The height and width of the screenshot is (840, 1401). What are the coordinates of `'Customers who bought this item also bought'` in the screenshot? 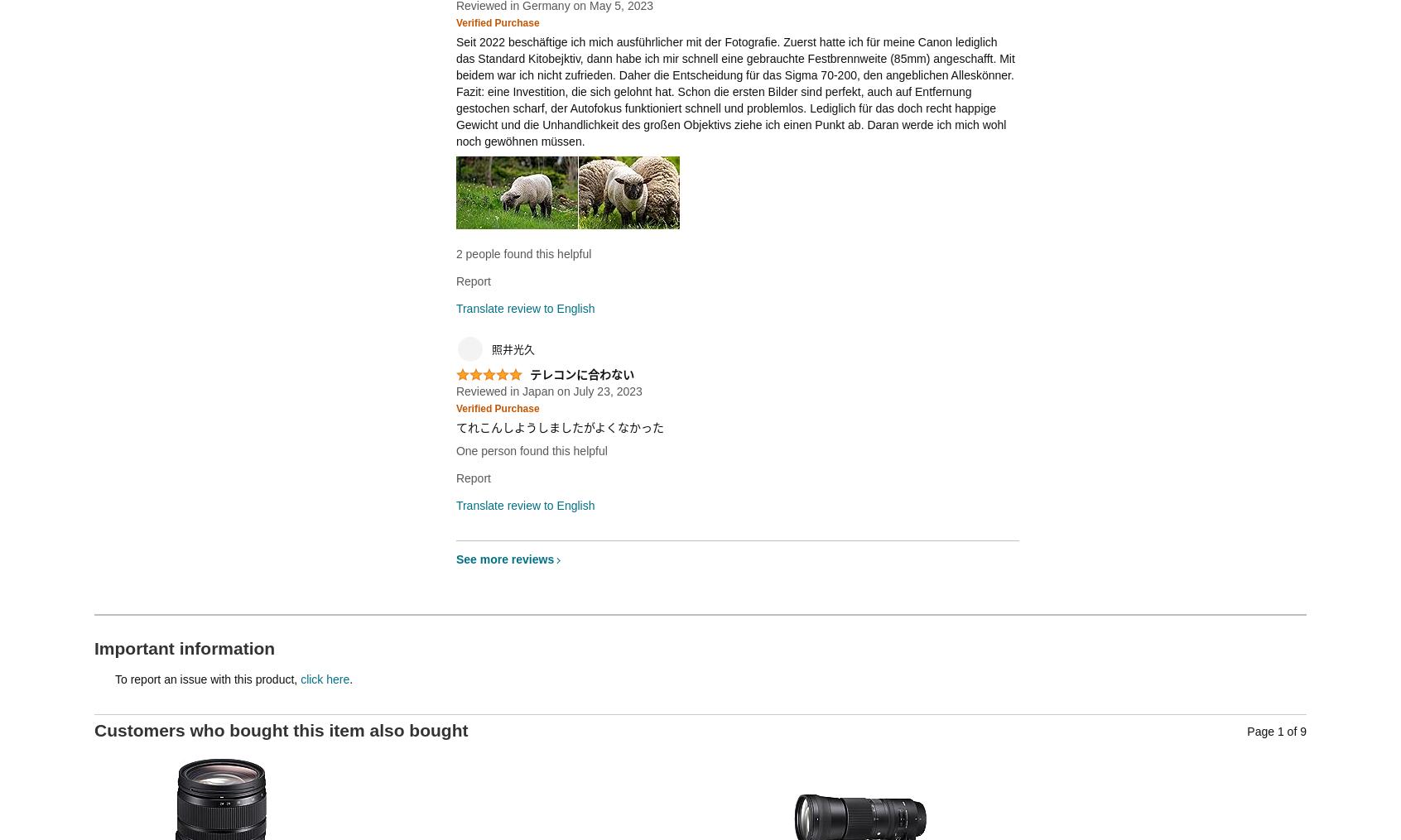 It's located at (280, 728).